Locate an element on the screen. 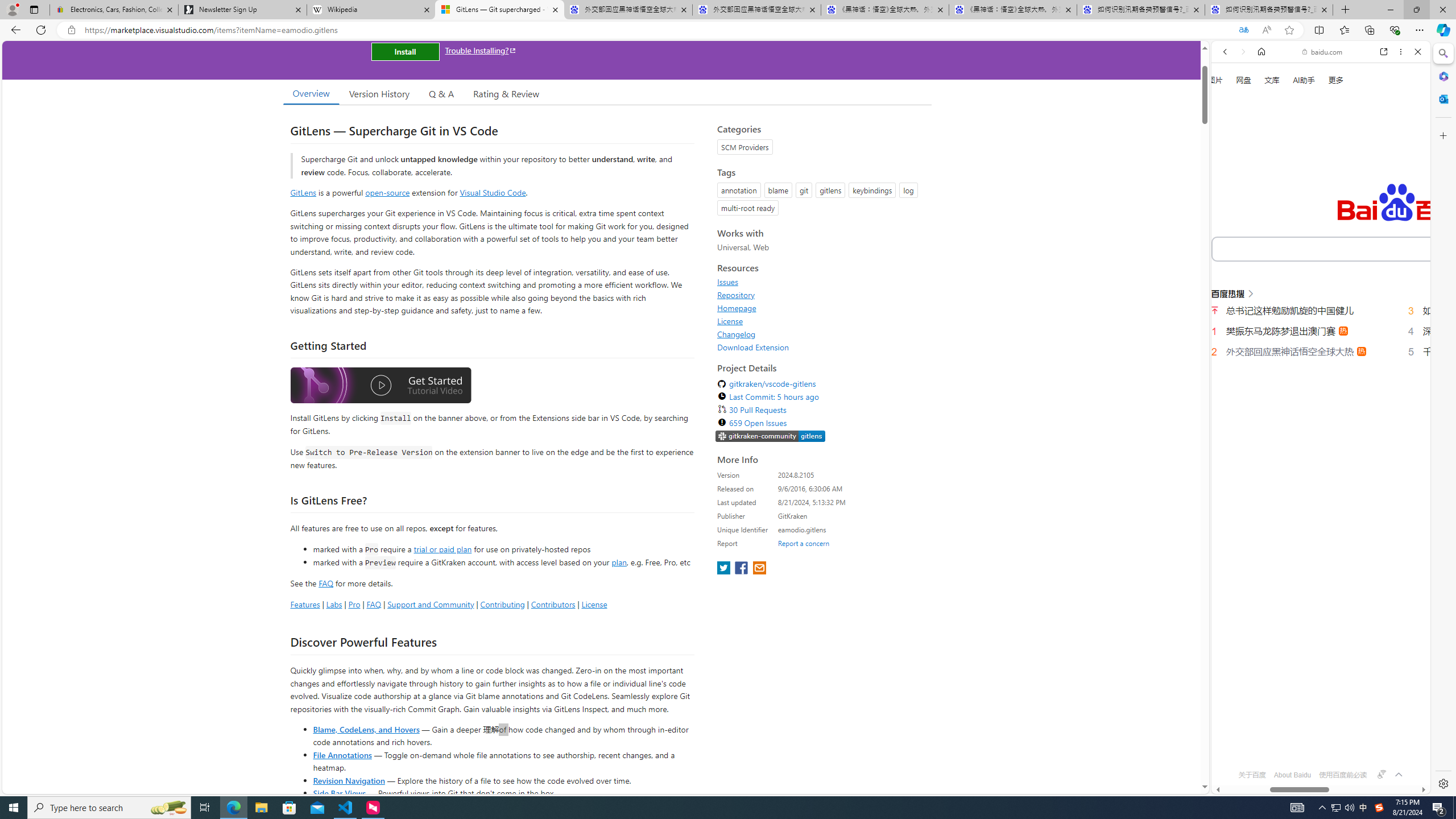  'License' is located at coordinates (730, 320).